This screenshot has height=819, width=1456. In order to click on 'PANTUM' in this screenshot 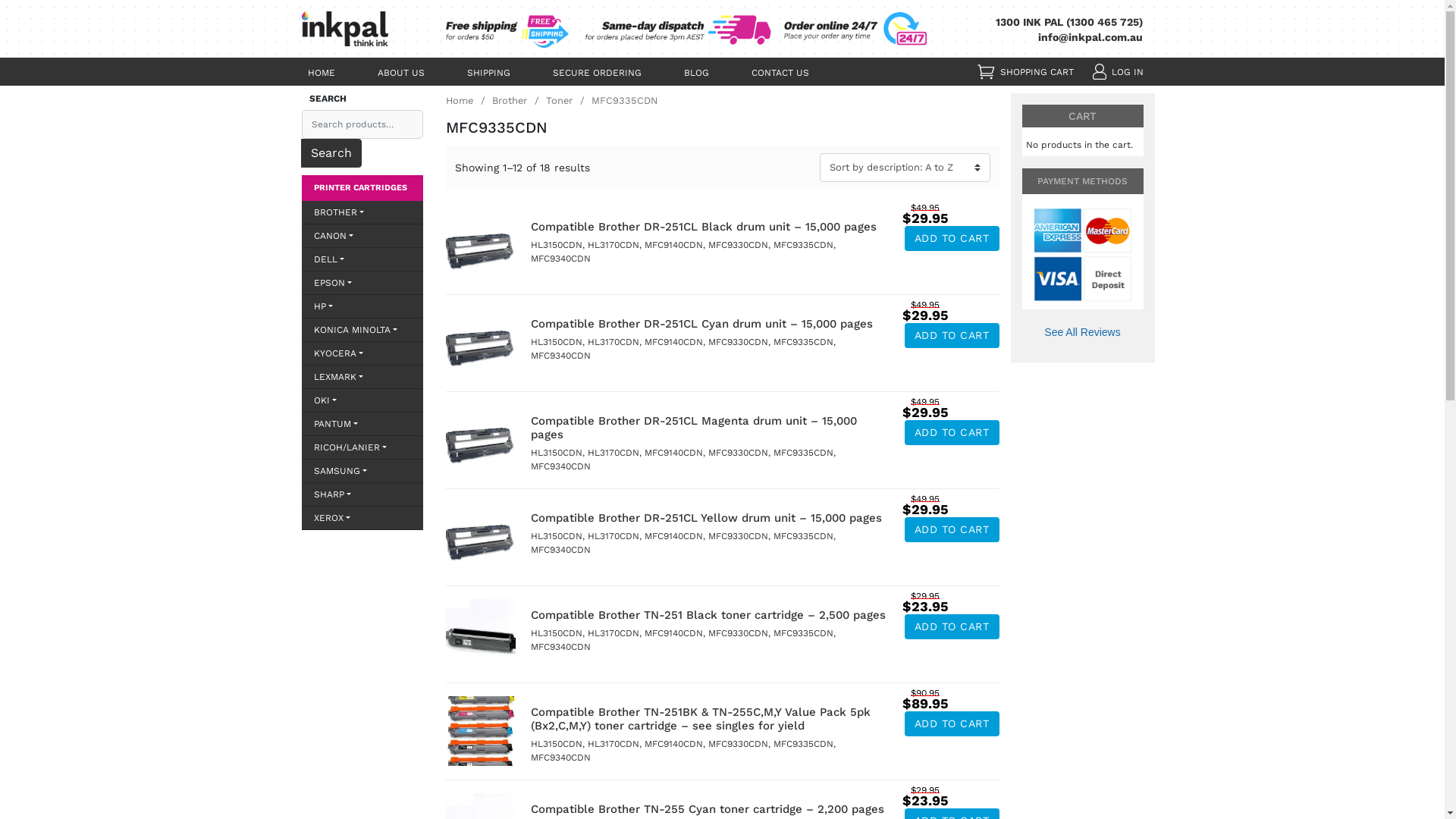, I will do `click(302, 424)`.